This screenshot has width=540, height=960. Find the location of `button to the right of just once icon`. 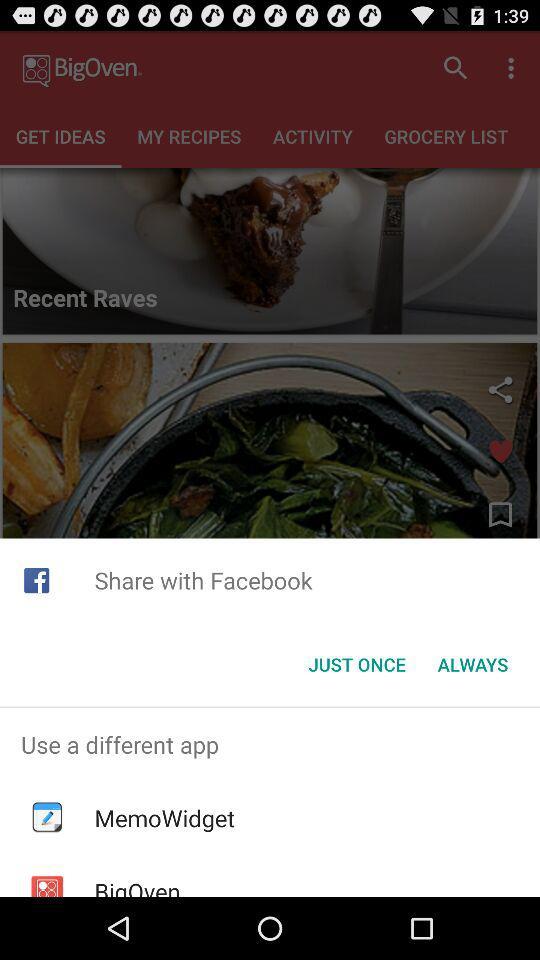

button to the right of just once icon is located at coordinates (472, 664).